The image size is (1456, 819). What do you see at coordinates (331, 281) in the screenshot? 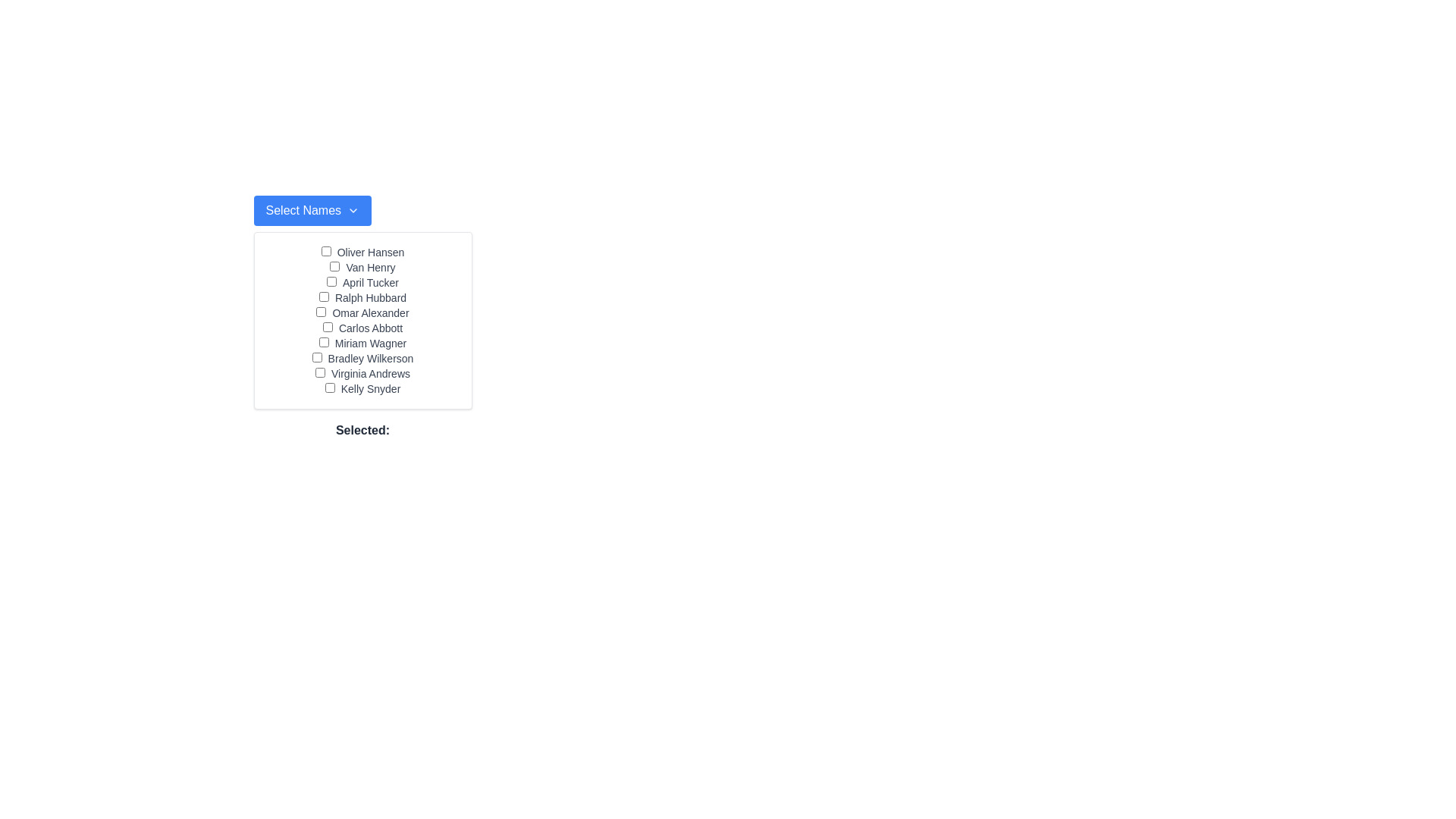
I see `the checkbox adjacent to the text label 'April Tucker'` at bounding box center [331, 281].